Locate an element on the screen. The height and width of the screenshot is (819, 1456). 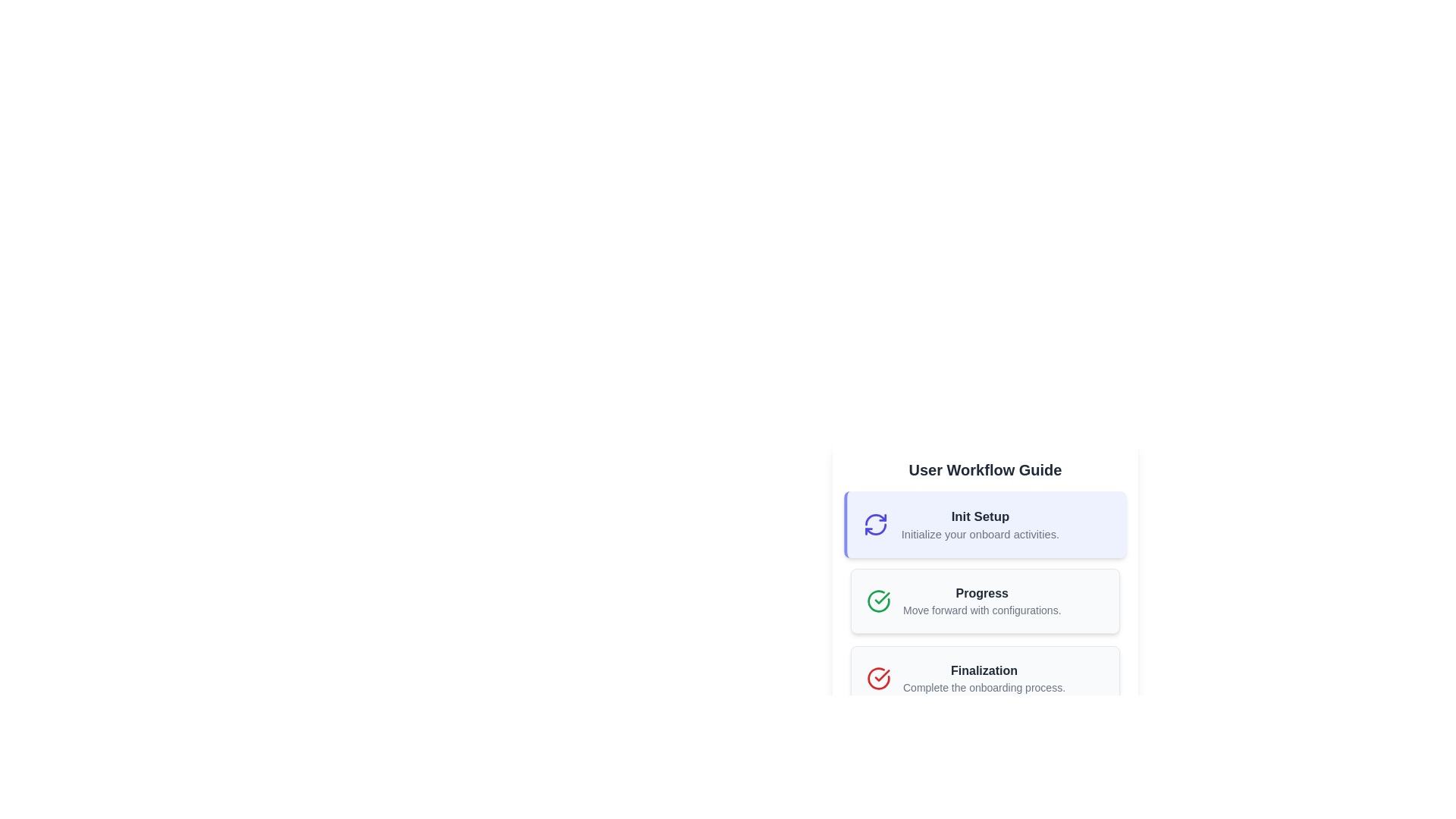
the 'Init Setup' icon, which is the first visual content in the 'User Workflow Guide' section, indicating initialization activities is located at coordinates (876, 523).